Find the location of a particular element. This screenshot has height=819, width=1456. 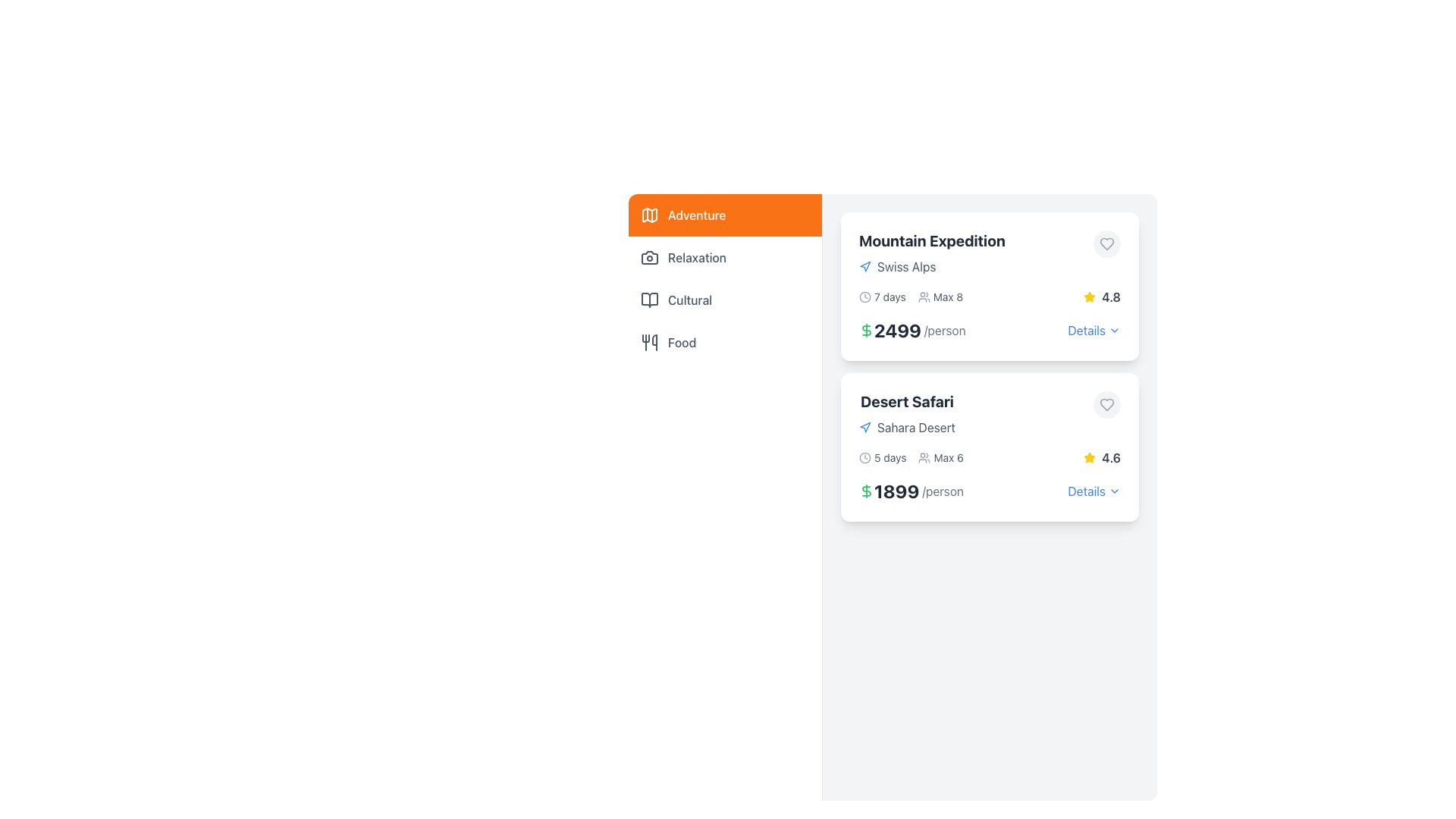

the bolded numeric label displaying '4.6' that is styled with a medium-dark gray color, located beside the yellow star icon in the travel package card for 'Desert Safari' is located at coordinates (1111, 457).